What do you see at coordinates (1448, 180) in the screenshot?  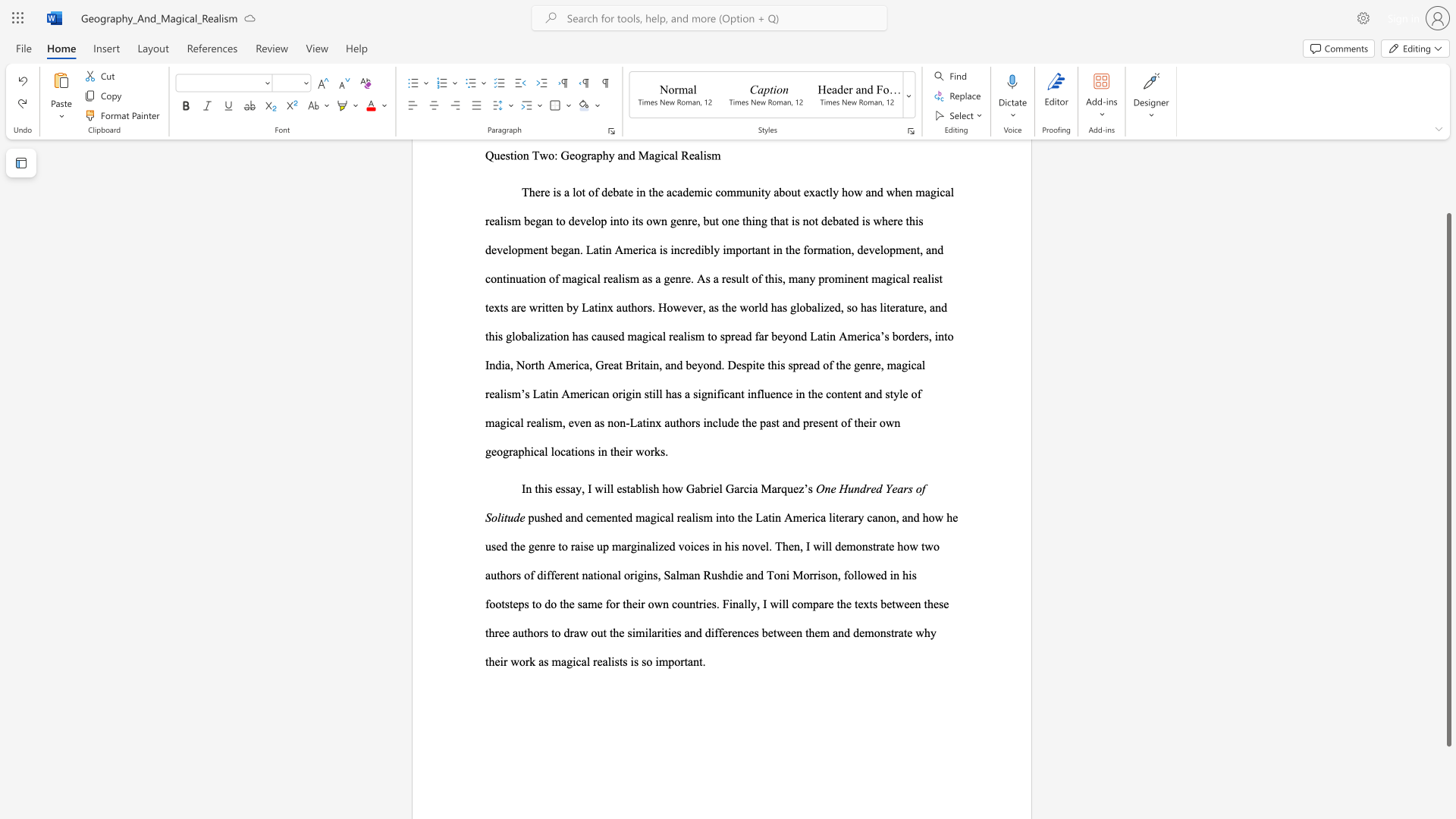 I see `the scrollbar to scroll the page up` at bounding box center [1448, 180].